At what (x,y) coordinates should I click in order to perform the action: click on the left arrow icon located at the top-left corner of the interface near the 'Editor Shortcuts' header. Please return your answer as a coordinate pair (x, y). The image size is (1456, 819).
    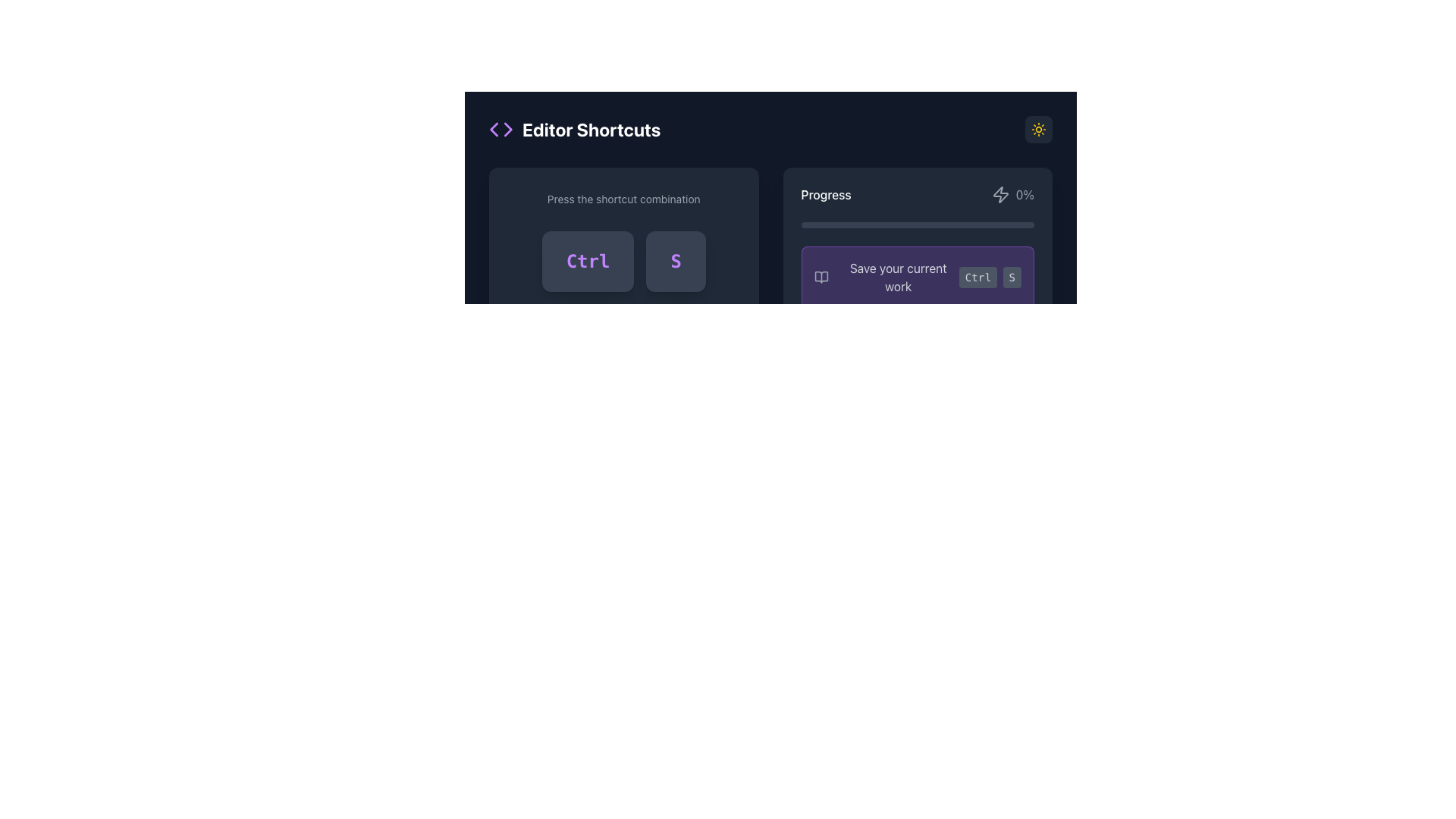
    Looking at the image, I should click on (494, 128).